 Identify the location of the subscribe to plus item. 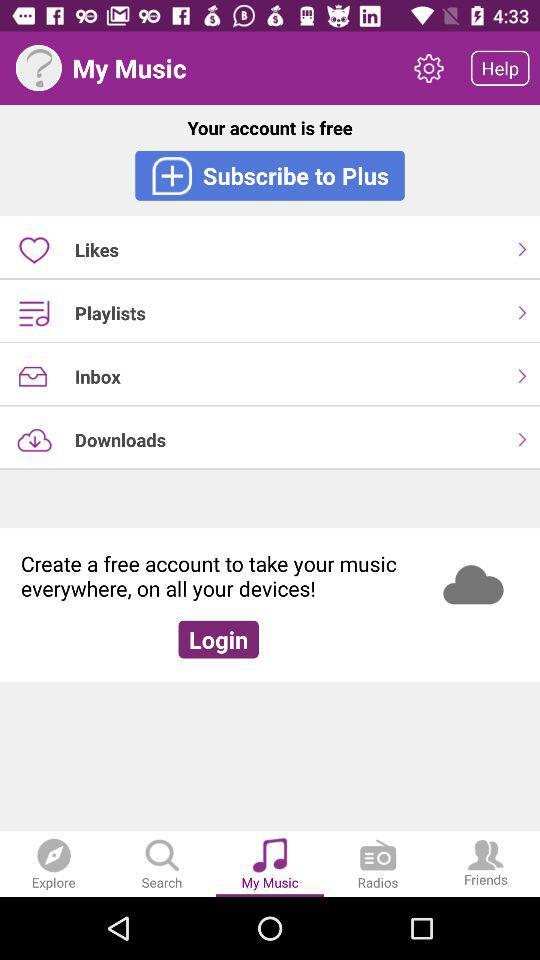
(270, 174).